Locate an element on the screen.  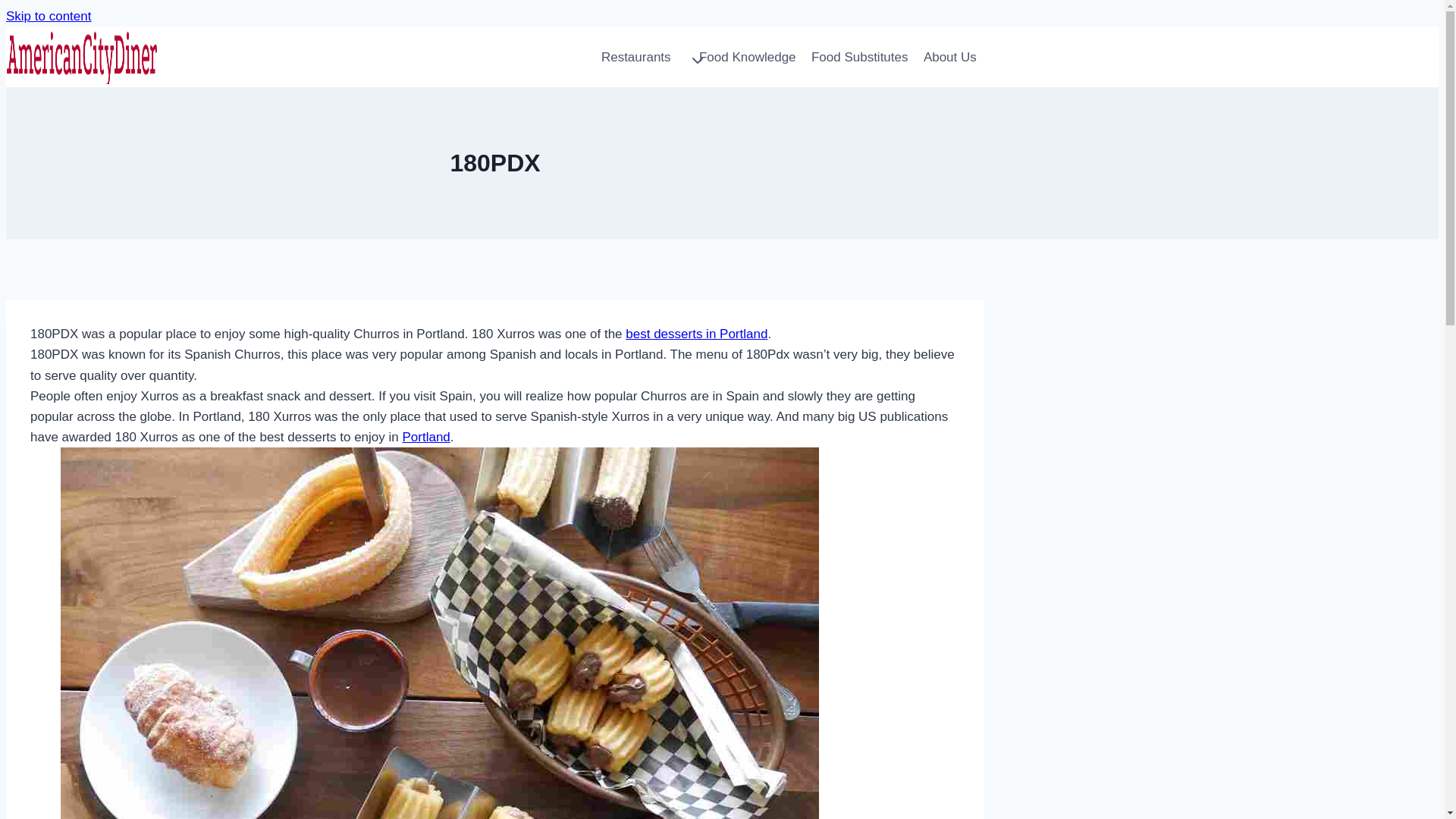
'Portland' is located at coordinates (425, 437).